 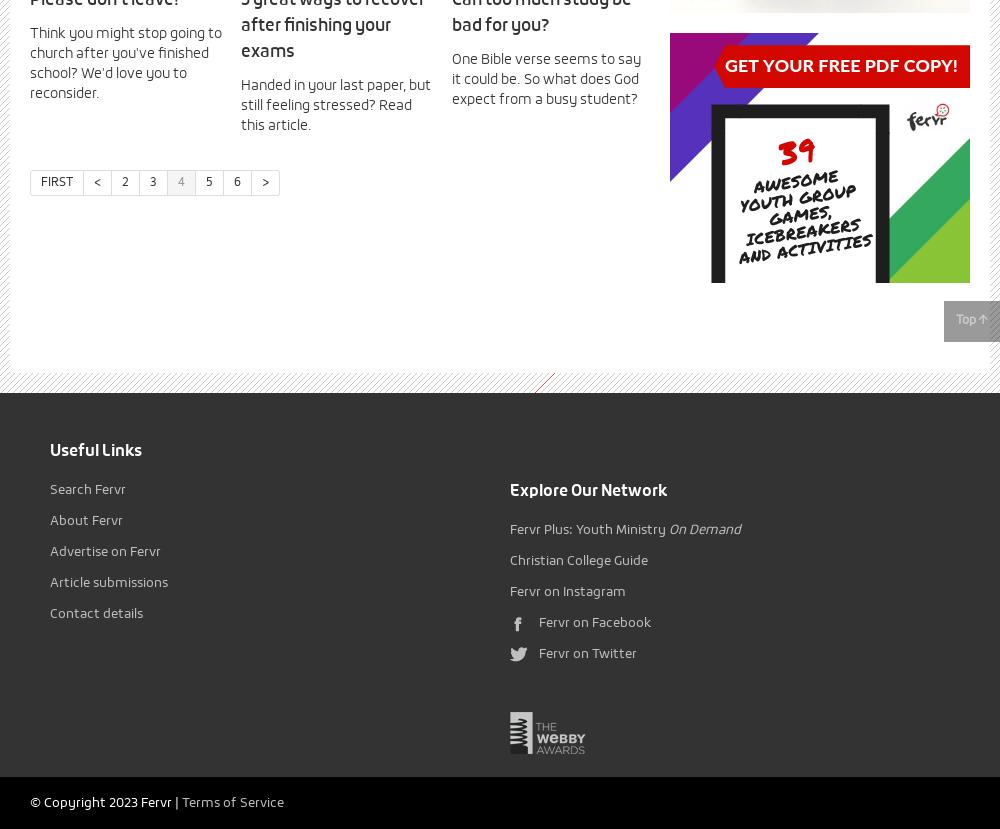 What do you see at coordinates (87, 490) in the screenshot?
I see `'Search Fervr'` at bounding box center [87, 490].